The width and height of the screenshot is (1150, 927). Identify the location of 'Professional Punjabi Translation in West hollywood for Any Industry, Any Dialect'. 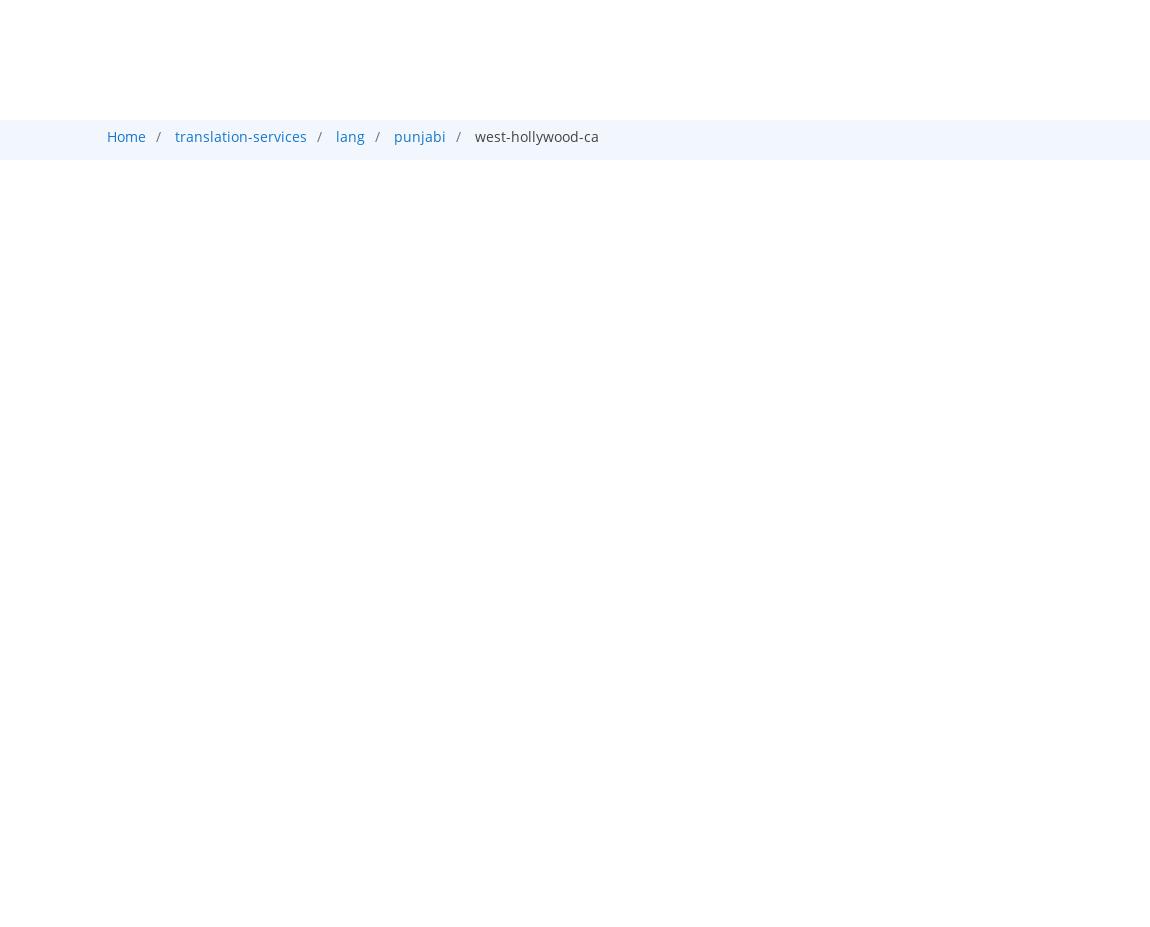
(573, 214).